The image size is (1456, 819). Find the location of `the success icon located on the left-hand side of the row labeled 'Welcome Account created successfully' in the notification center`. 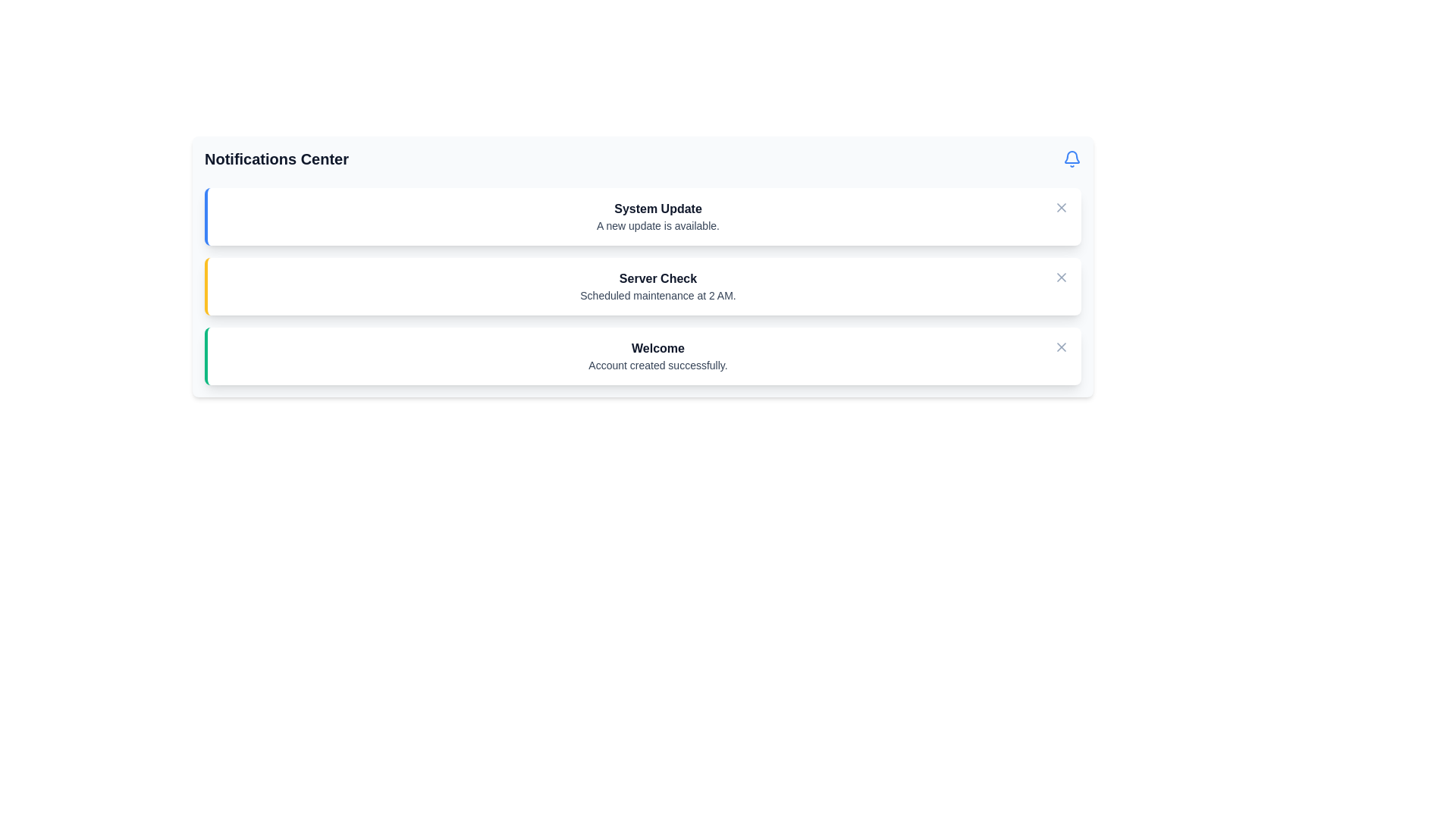

the success icon located on the left-hand side of the row labeled 'Welcome Account created successfully' in the notification center is located at coordinates (234, 354).